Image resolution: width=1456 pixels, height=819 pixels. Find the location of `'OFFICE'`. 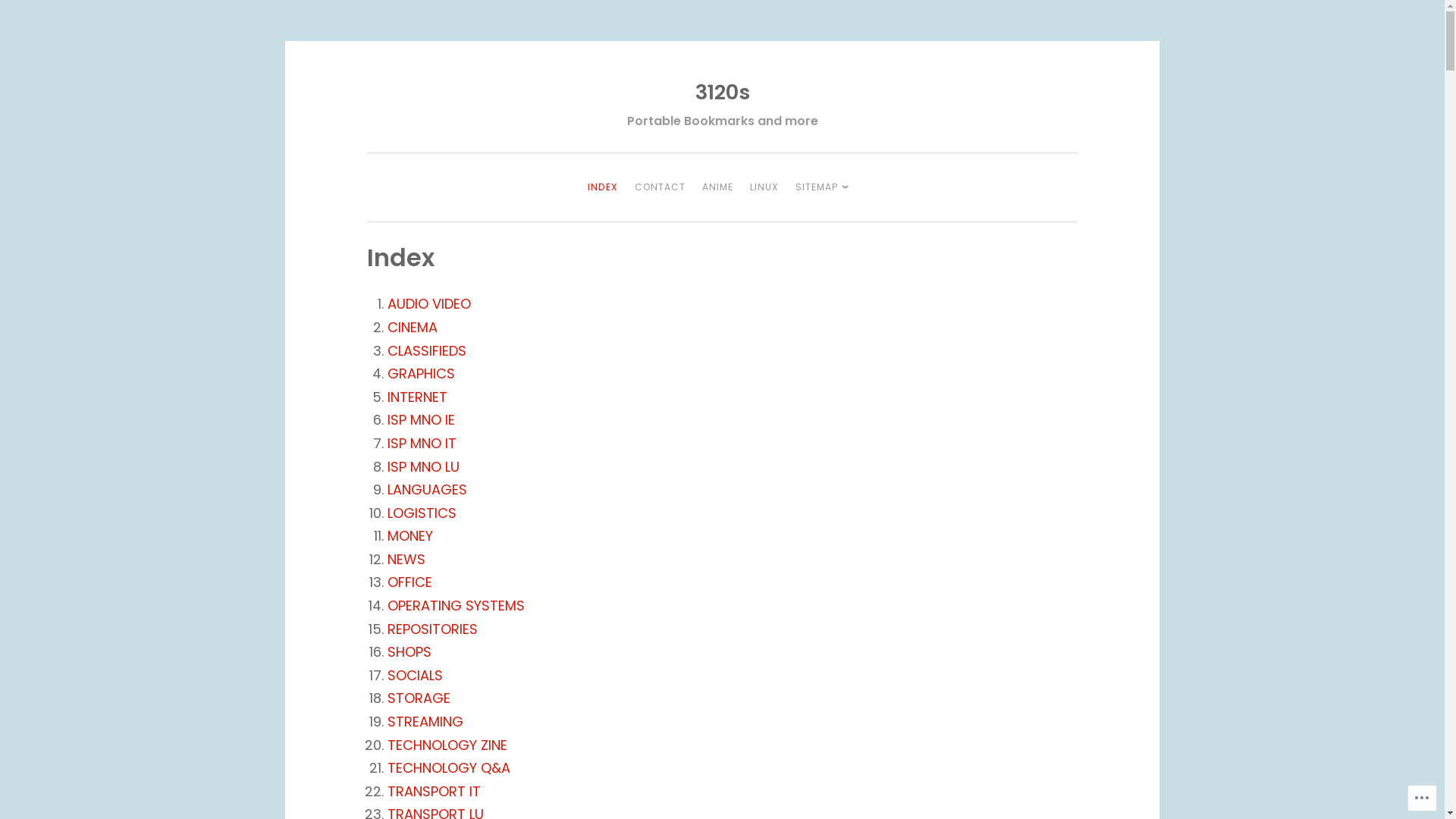

'OFFICE' is located at coordinates (409, 581).